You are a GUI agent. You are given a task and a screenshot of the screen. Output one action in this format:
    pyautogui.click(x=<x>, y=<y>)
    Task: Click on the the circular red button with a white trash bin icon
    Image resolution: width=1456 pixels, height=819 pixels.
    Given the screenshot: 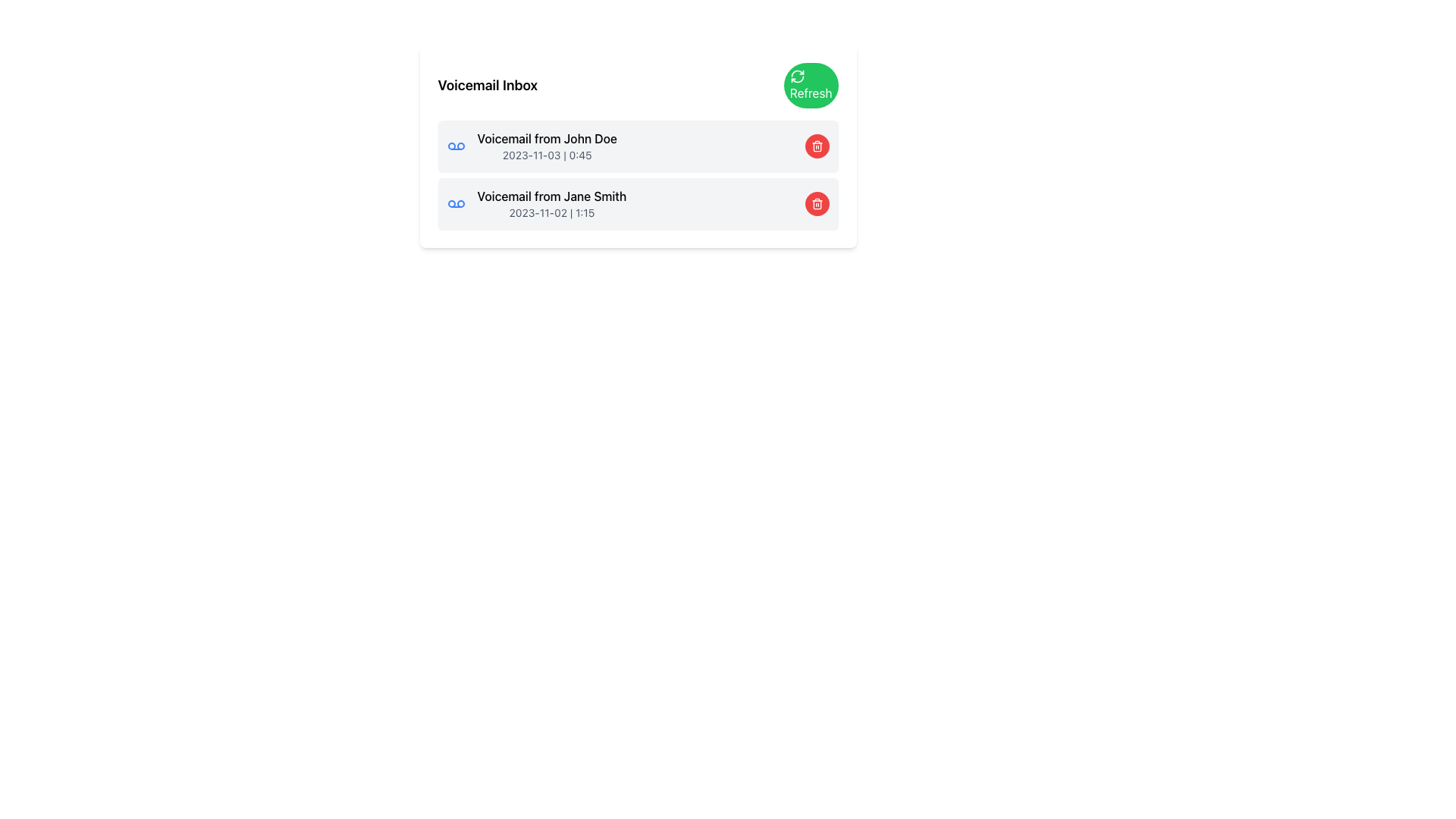 What is the action you would take?
    pyautogui.click(x=816, y=203)
    